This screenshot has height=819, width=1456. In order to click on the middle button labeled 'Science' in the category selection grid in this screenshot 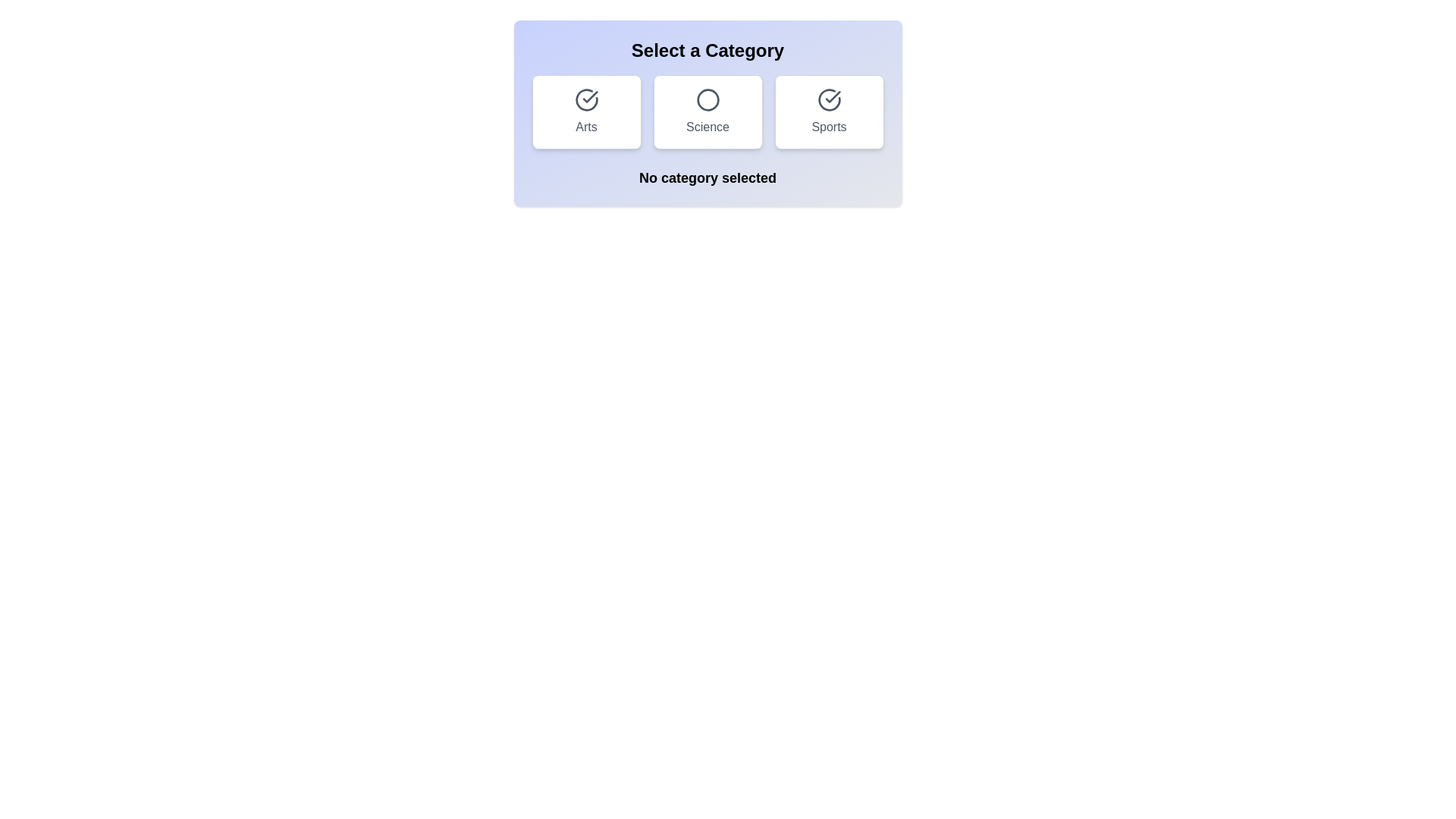, I will do `click(707, 111)`.